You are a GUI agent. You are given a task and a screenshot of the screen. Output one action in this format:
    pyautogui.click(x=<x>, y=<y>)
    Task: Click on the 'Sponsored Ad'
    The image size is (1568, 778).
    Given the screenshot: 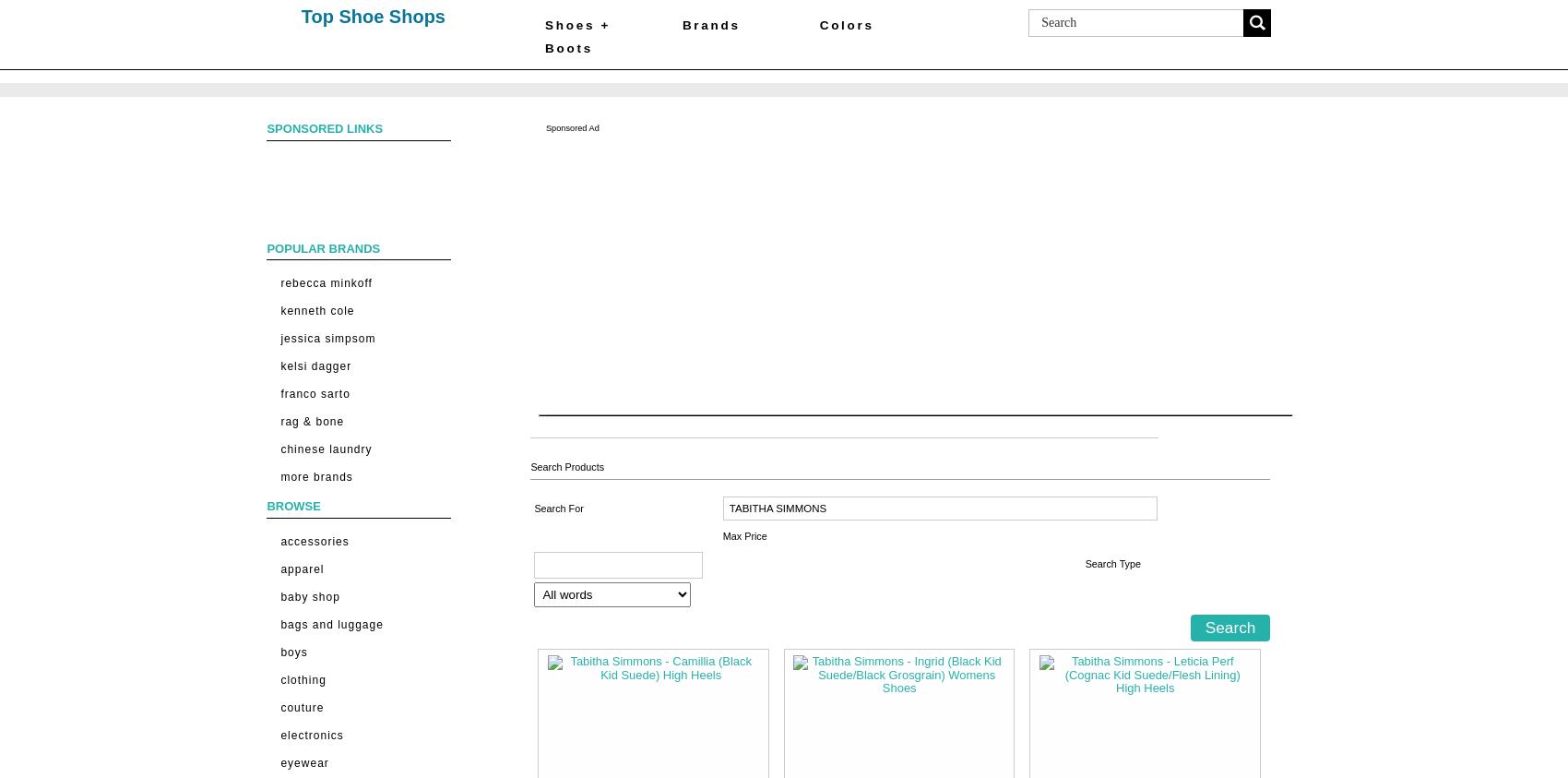 What is the action you would take?
    pyautogui.click(x=570, y=126)
    